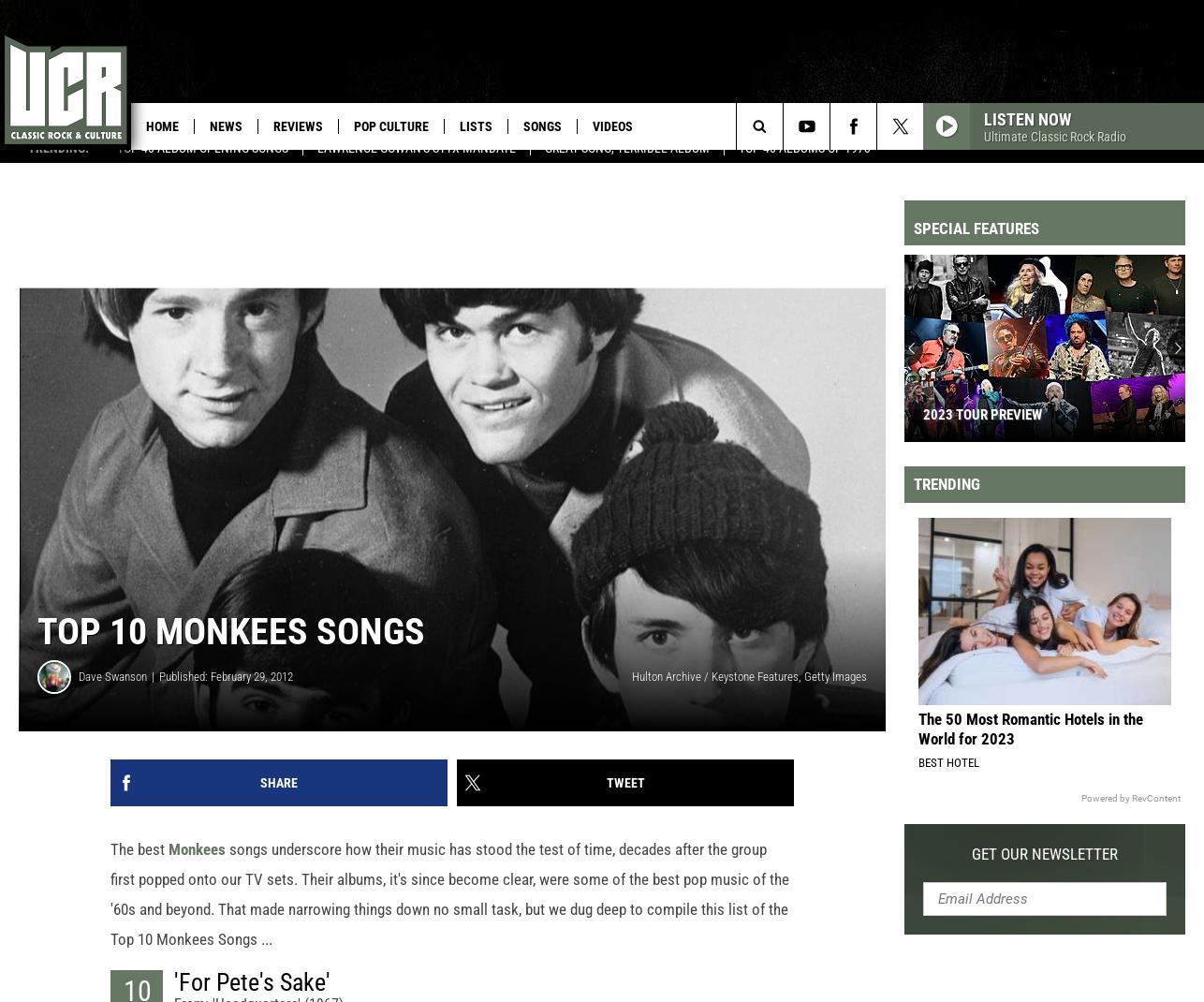 The height and width of the screenshot is (1002, 1204). Describe the element at coordinates (273, 126) in the screenshot. I see `'Reviews'` at that location.